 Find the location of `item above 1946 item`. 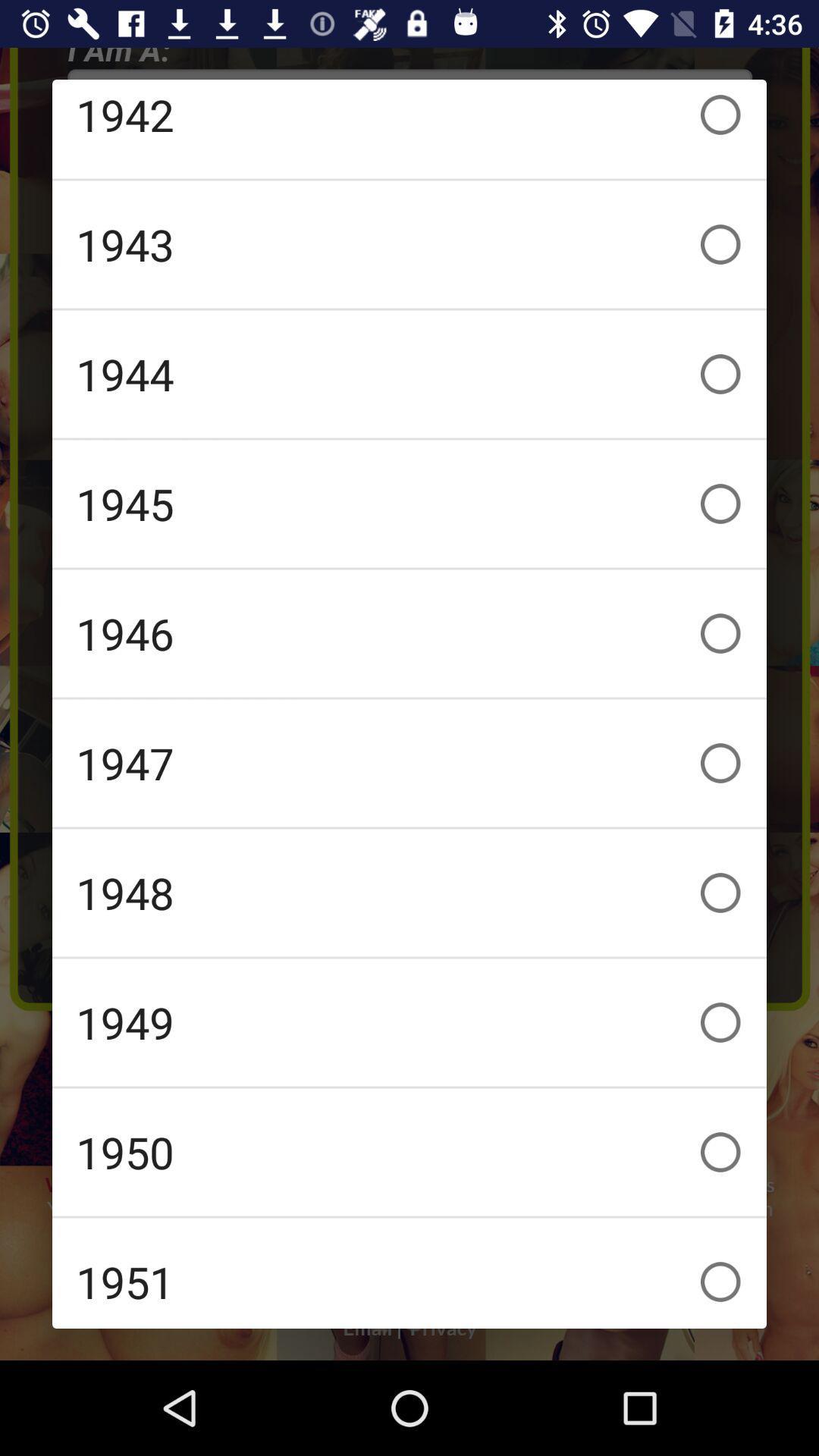

item above 1946 item is located at coordinates (409, 504).